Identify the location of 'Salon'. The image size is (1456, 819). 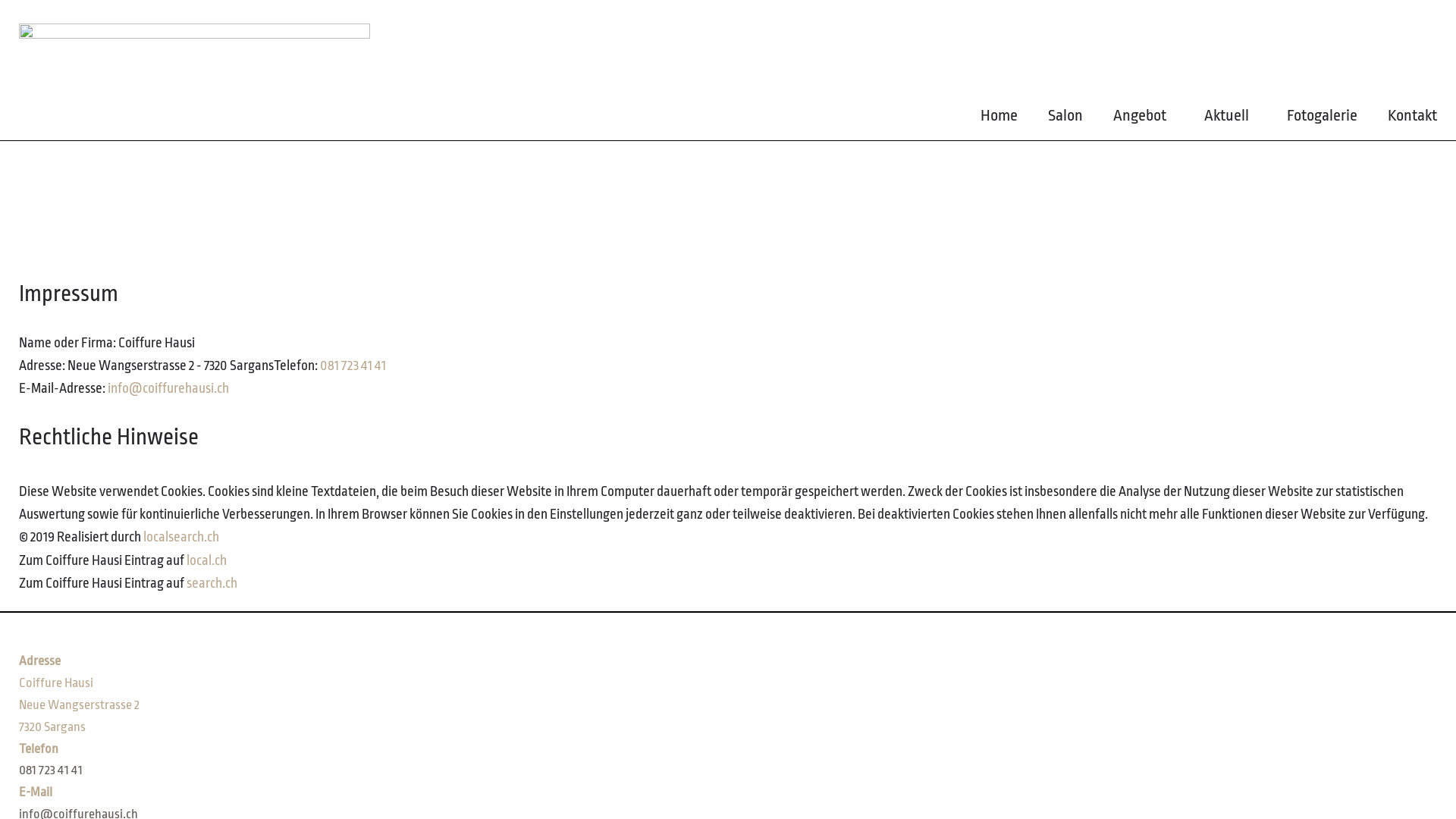
(1065, 118).